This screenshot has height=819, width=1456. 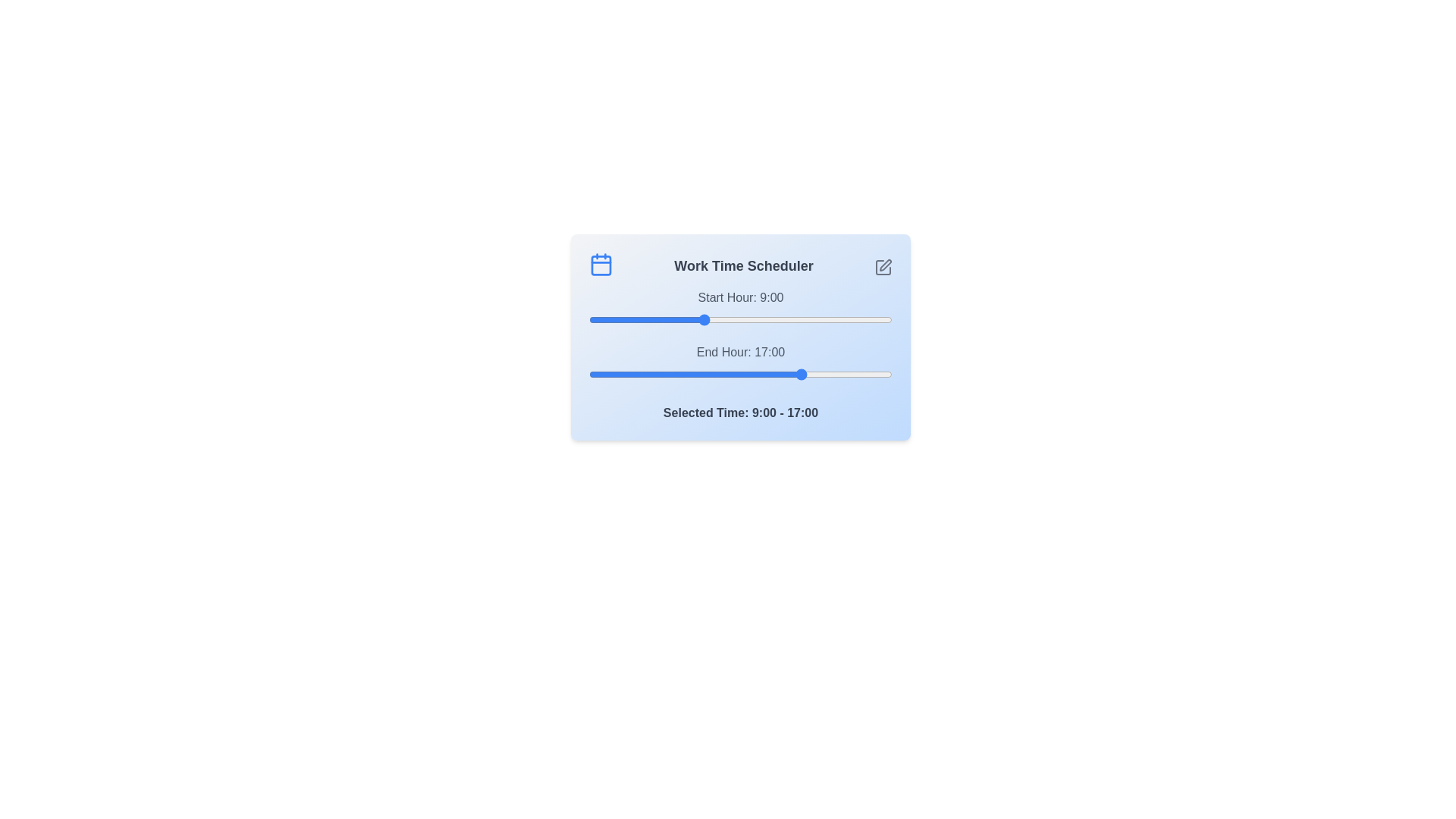 I want to click on the end time slider to 5 where 5 is in the range 0 to 24, so click(x=652, y=374).